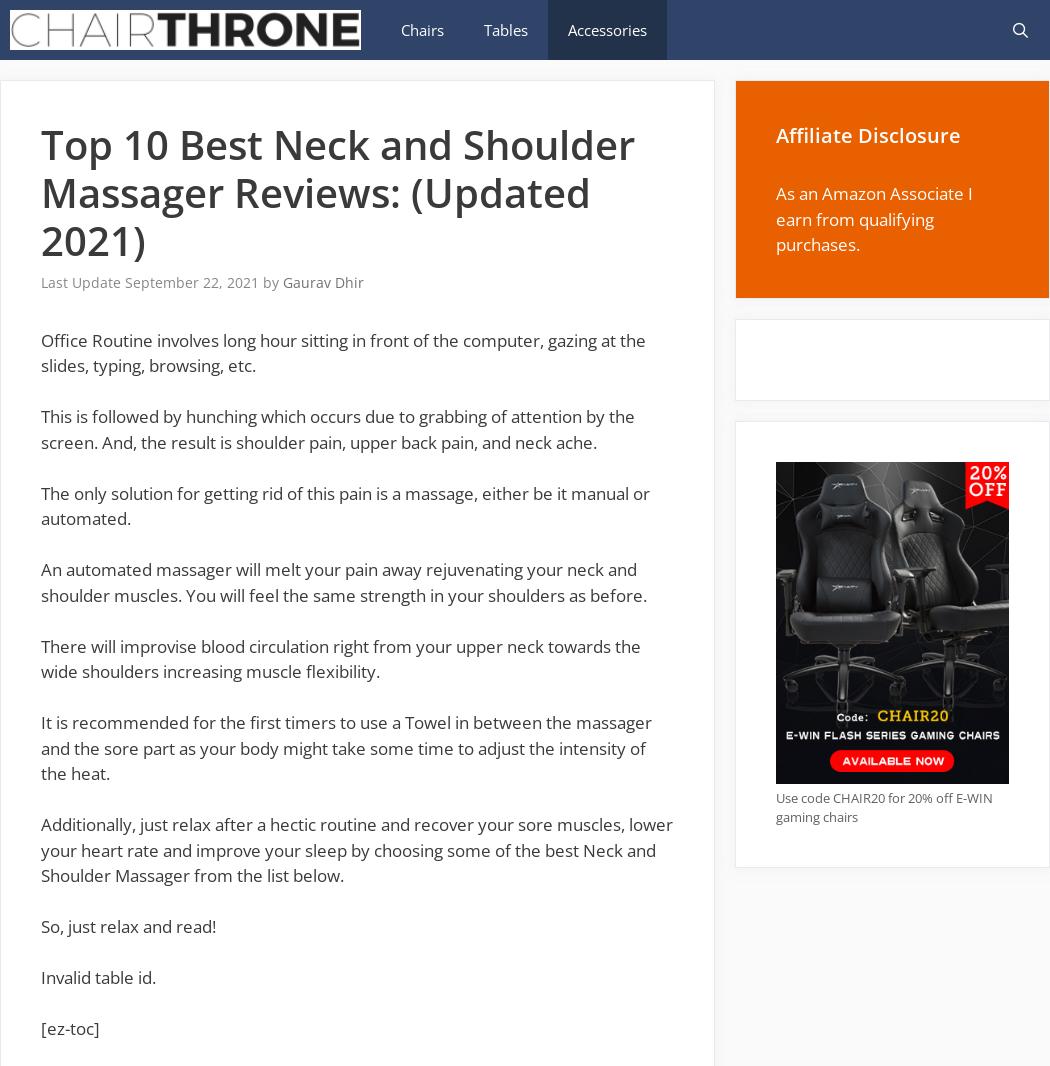  Describe the element at coordinates (345, 747) in the screenshot. I see `'It is recommended for the first timers to use a Towel in between the massager and the sore part as your body might take some time to adjust the intensity of the heat.'` at that location.